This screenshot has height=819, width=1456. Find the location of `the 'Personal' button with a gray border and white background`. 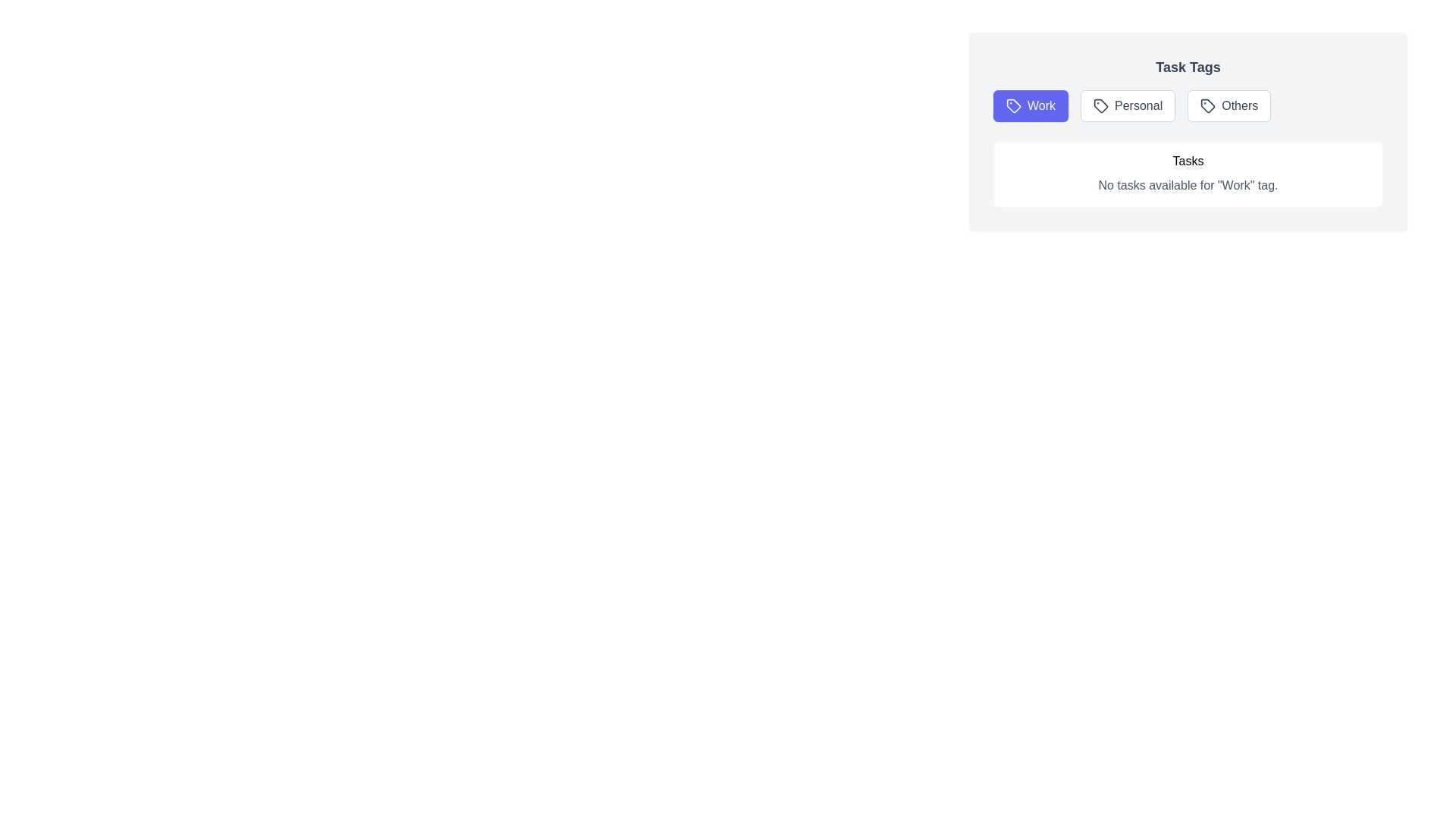

the 'Personal' button with a gray border and white background is located at coordinates (1128, 105).